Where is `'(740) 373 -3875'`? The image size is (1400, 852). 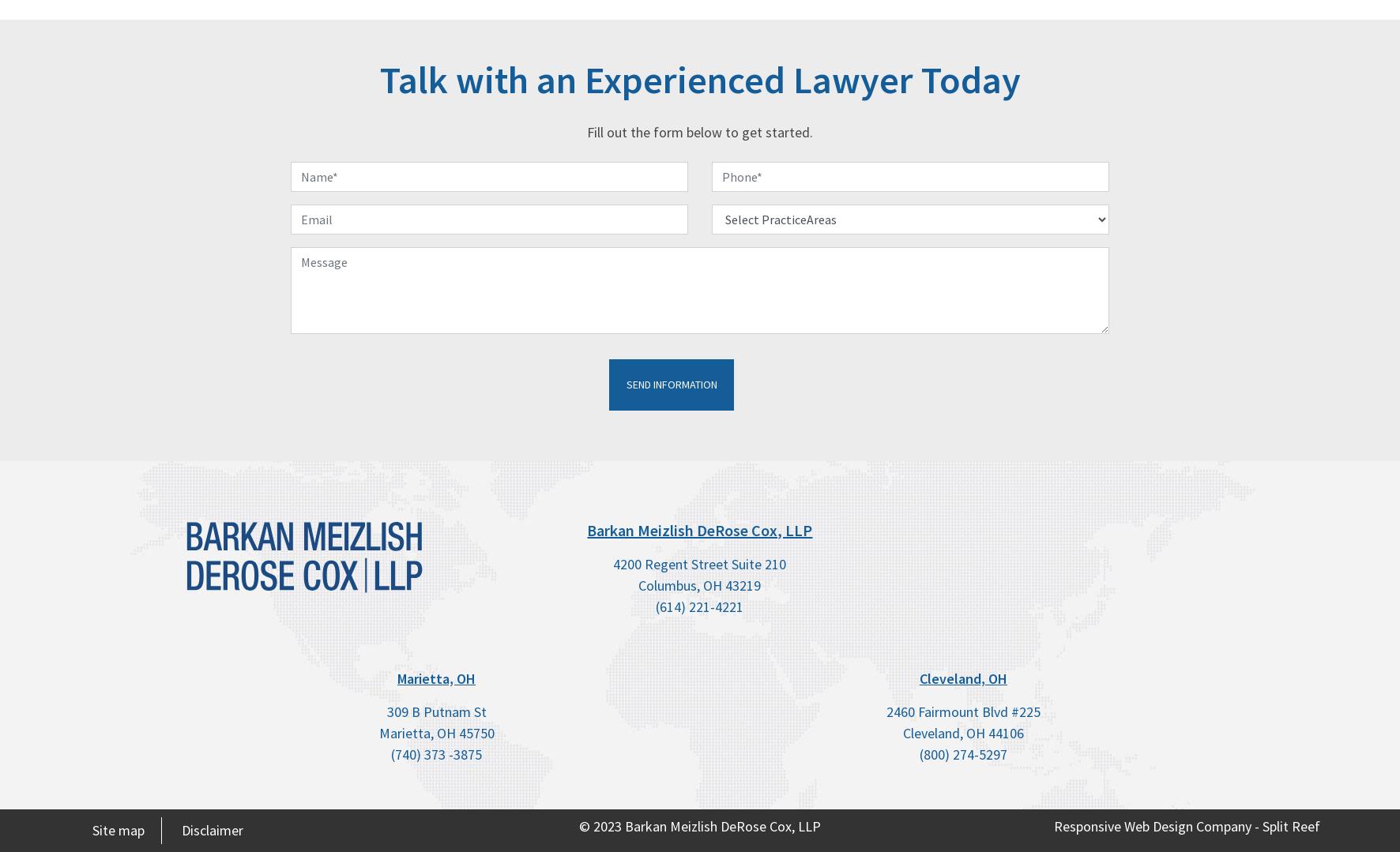
'(740) 373 -3875' is located at coordinates (435, 753).